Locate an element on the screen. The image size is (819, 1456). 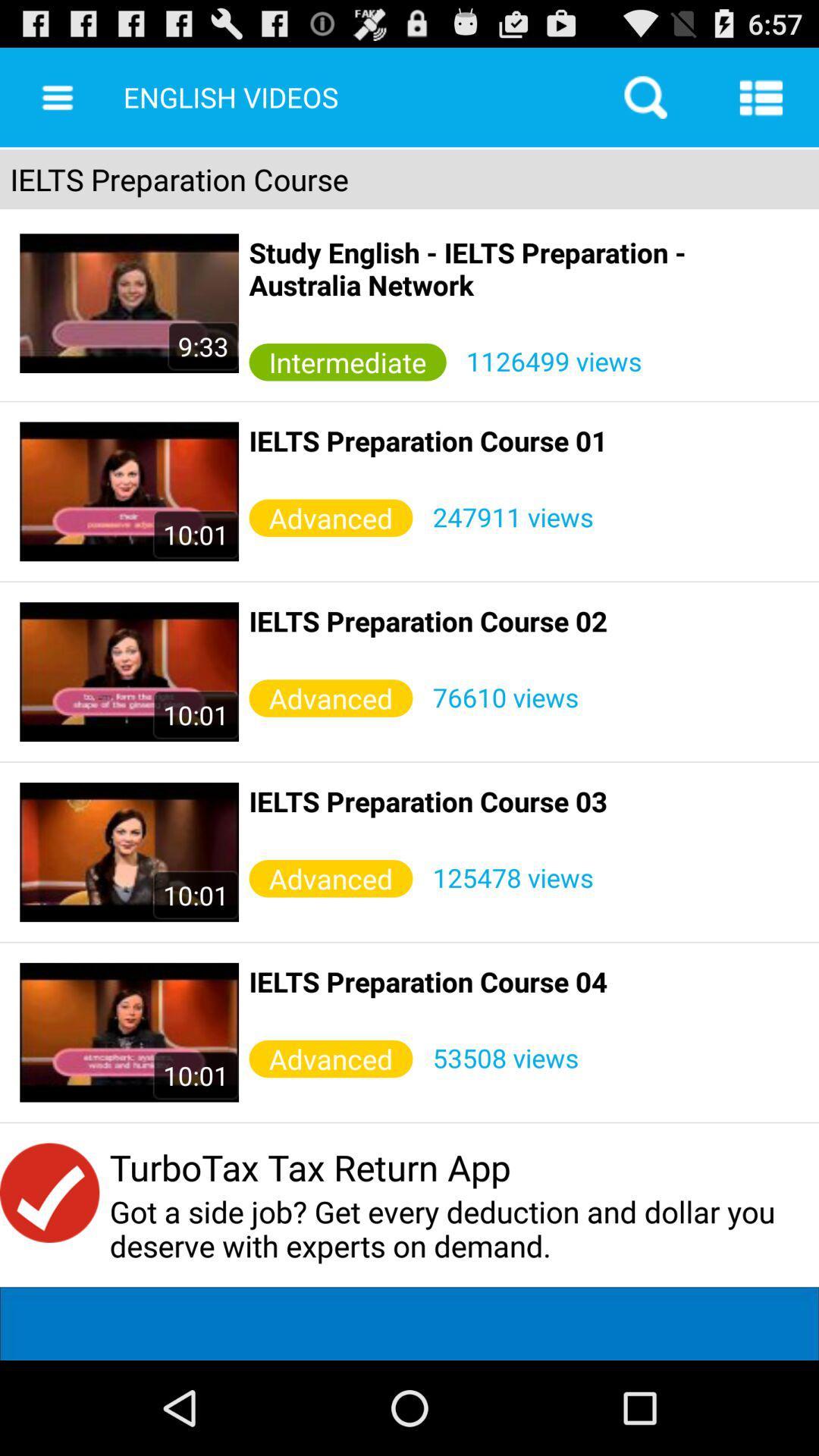
the list icon is located at coordinates (761, 103).